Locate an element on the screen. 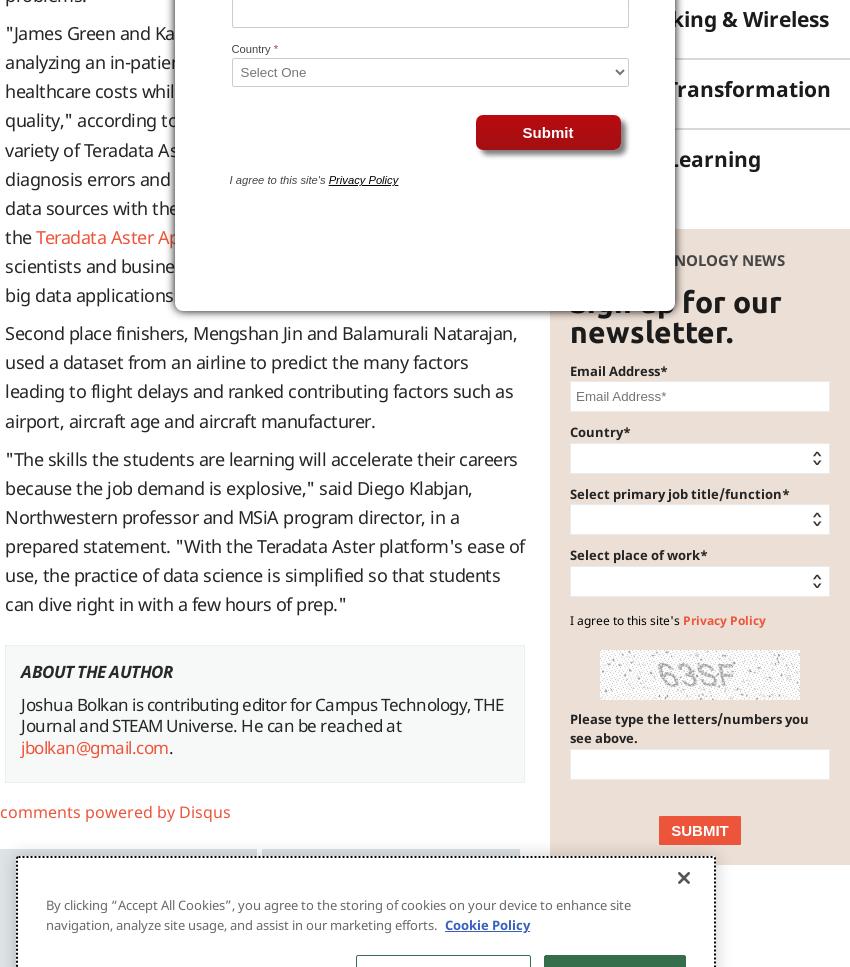 The height and width of the screenshot is (967, 850). '"The skills the students are learning will accelerate  their careers because the job demand is explosive," said Diego Klabjan,  Northwestern professor and MSiA program director, in a prepared statement.  "With the Teradata Aster platform's ease of use, the practice of data  science is simplified so that students can dive right in with a few hours of  prep."' is located at coordinates (263, 530).